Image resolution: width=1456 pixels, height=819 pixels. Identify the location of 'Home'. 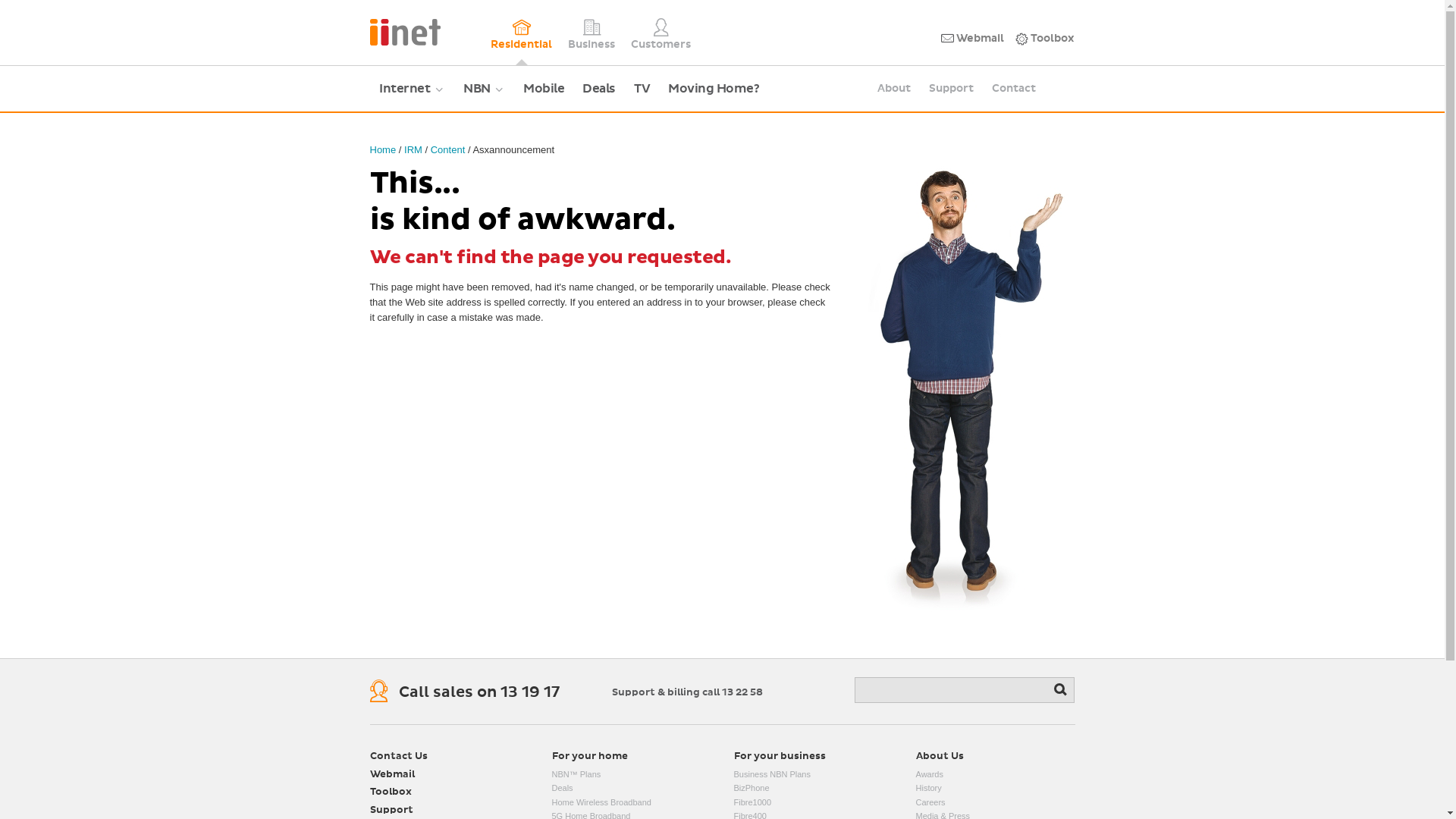
(383, 149).